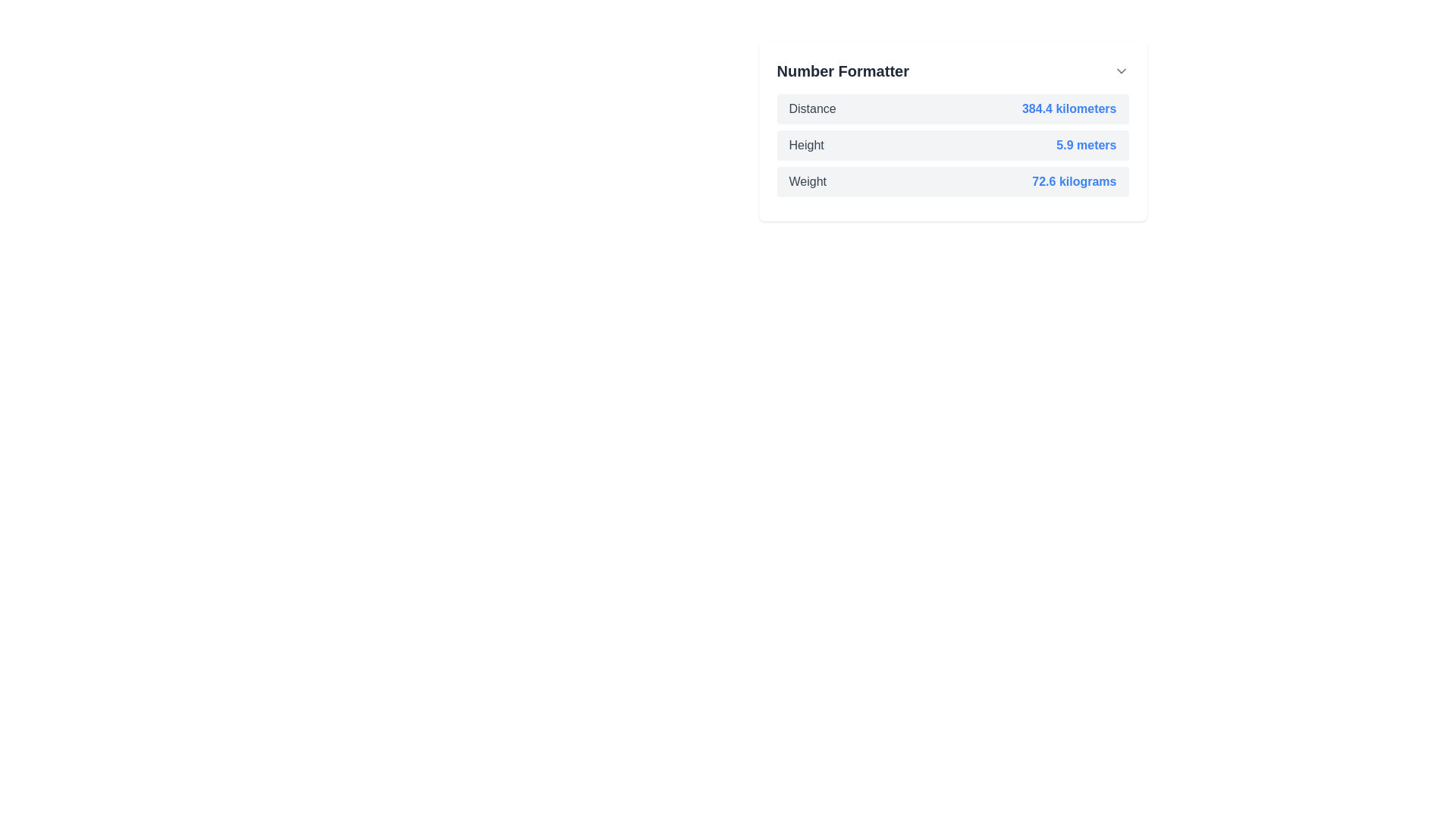 The width and height of the screenshot is (1456, 819). I want to click on the text label displaying 'Weight' in a medium, dark-gray font, which is positioned on a light-gray background and is left-aligned next to '72.6 kilograms', so click(807, 180).